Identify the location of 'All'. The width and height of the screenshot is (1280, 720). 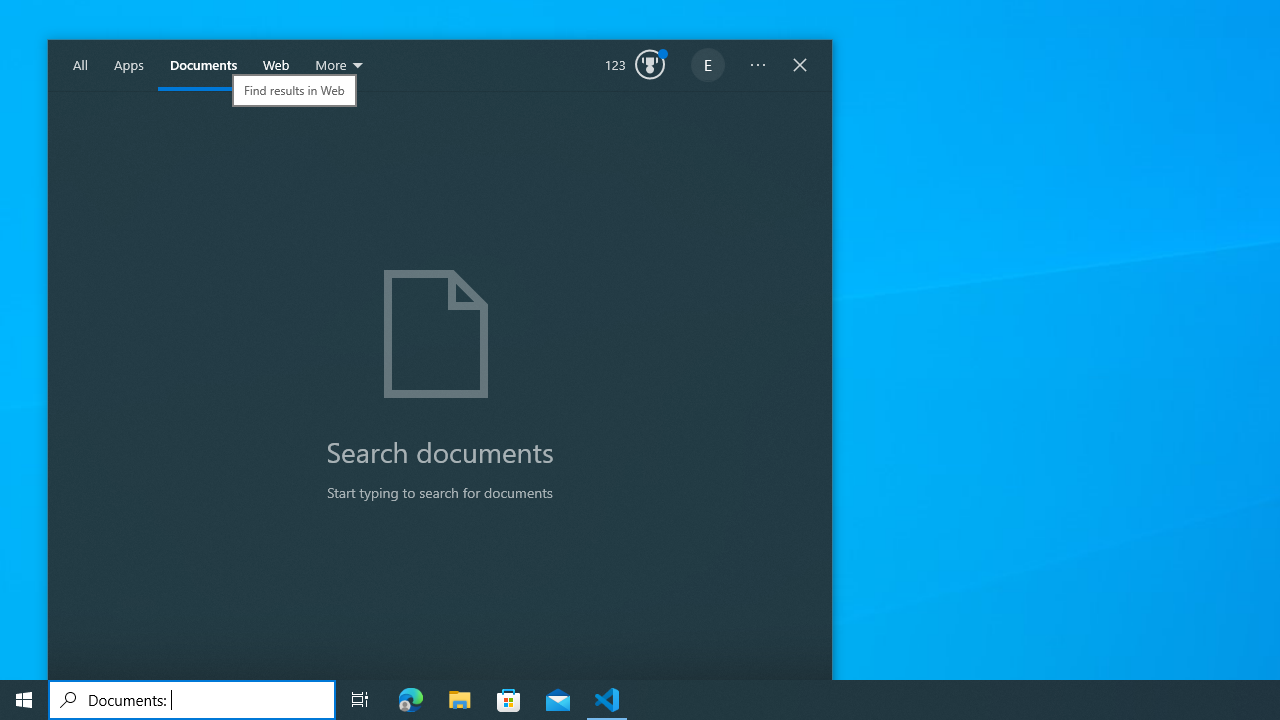
(80, 65).